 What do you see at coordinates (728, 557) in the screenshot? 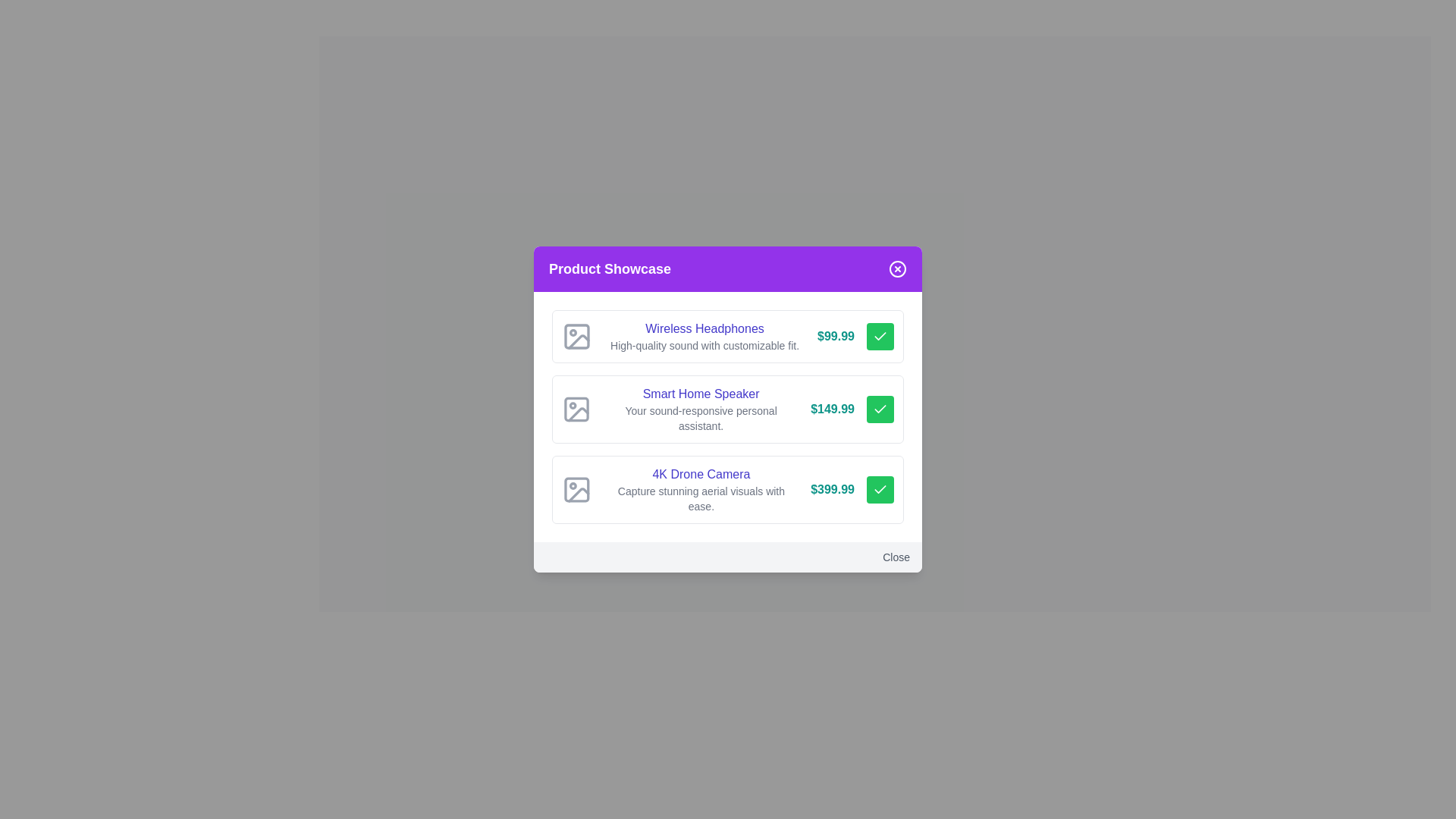
I see `the 'Close' button at the bottom of the 'Product Showcase' modal to observe any hover effects` at bounding box center [728, 557].